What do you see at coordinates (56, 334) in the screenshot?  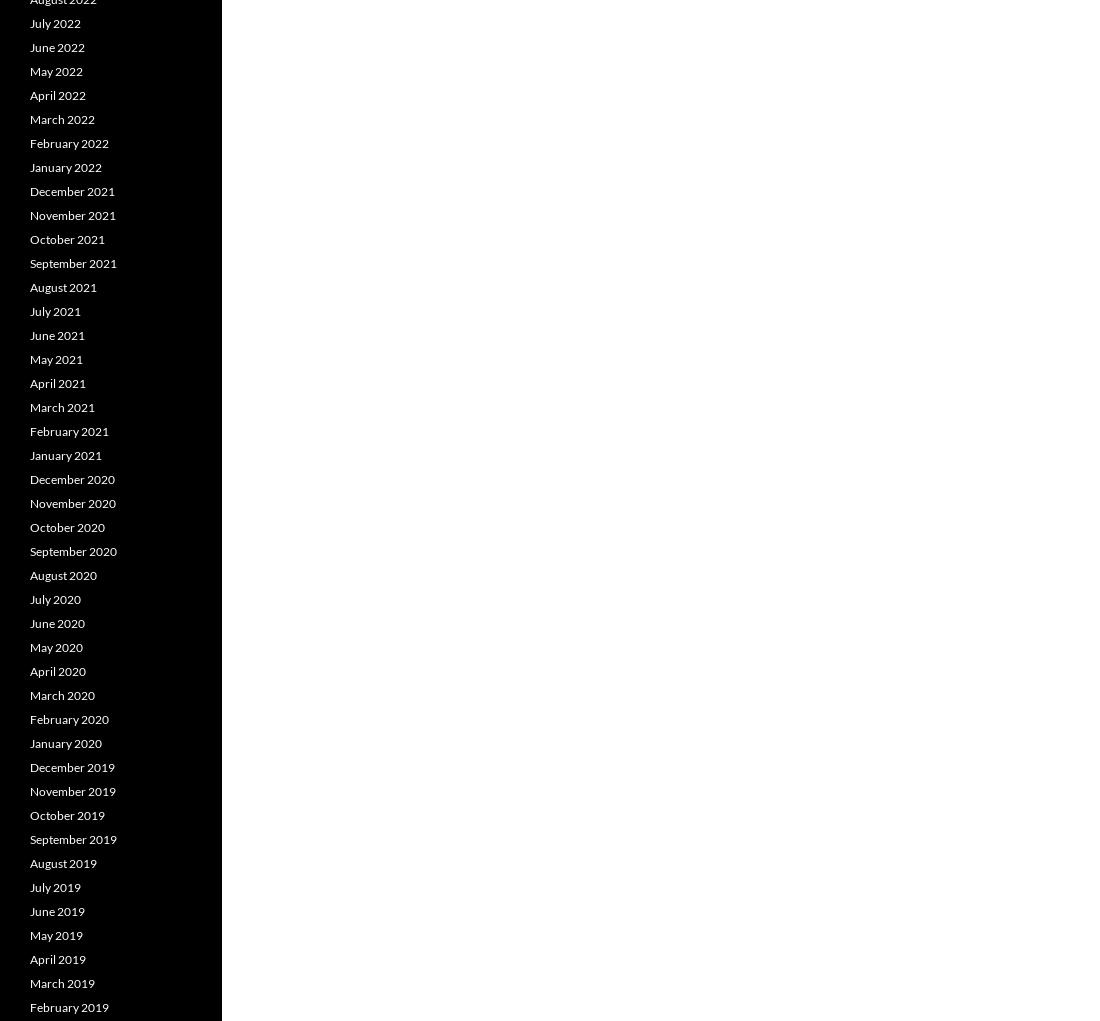 I see `'June 2021'` at bounding box center [56, 334].